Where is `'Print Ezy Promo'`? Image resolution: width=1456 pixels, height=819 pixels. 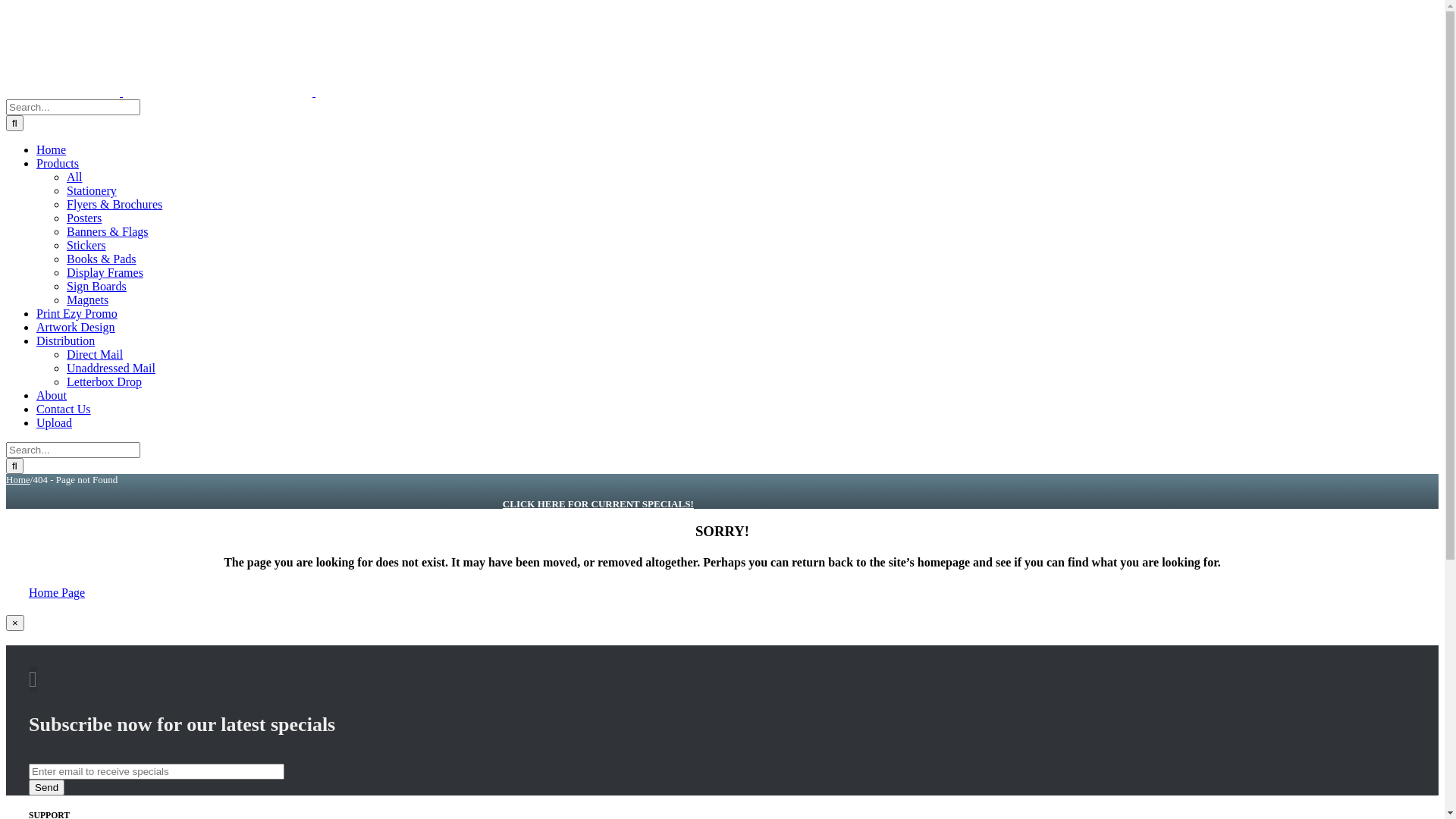
'Print Ezy Promo' is located at coordinates (76, 312).